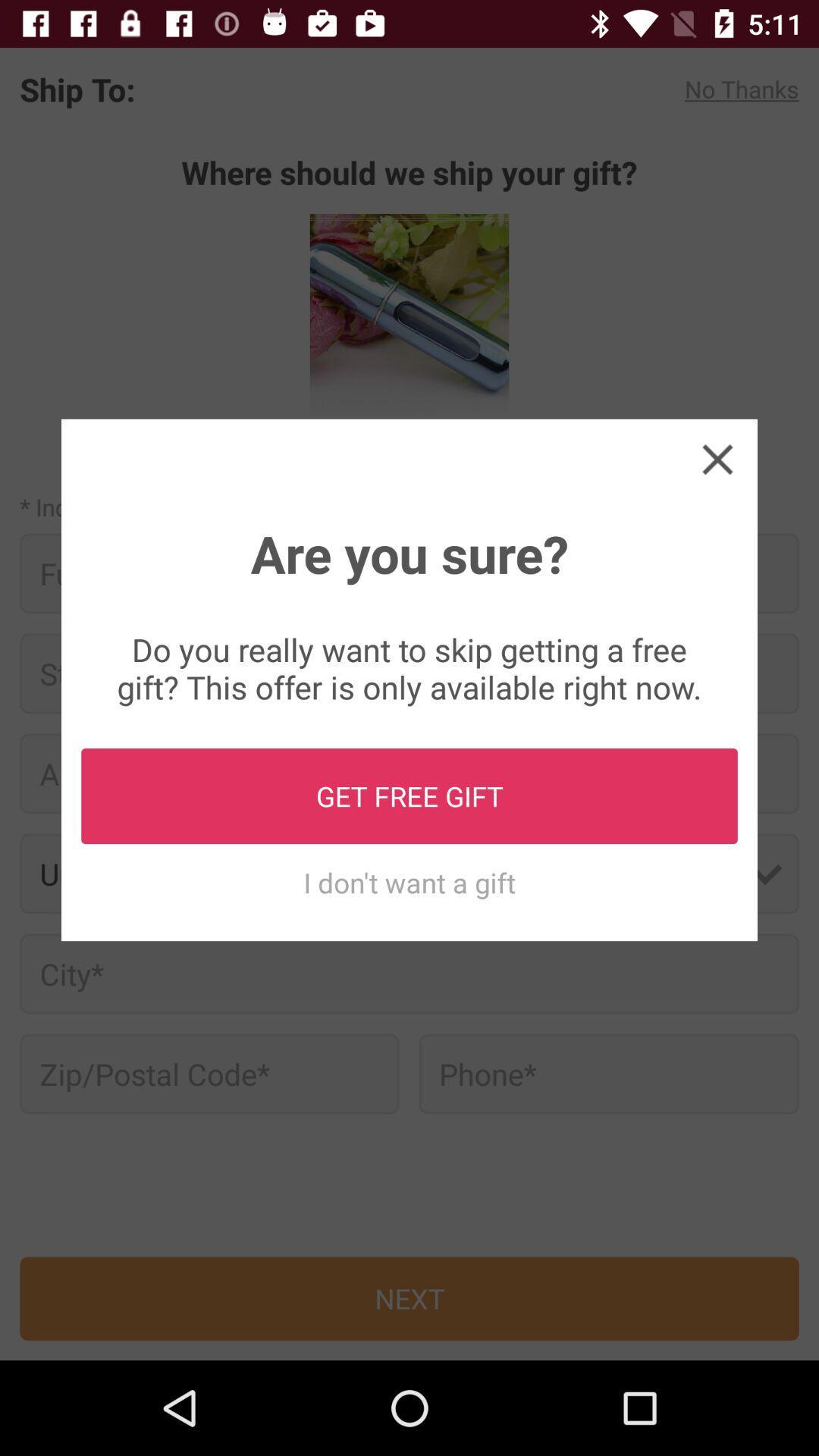 Image resolution: width=819 pixels, height=1456 pixels. I want to click on icon below get free gift item, so click(409, 882).